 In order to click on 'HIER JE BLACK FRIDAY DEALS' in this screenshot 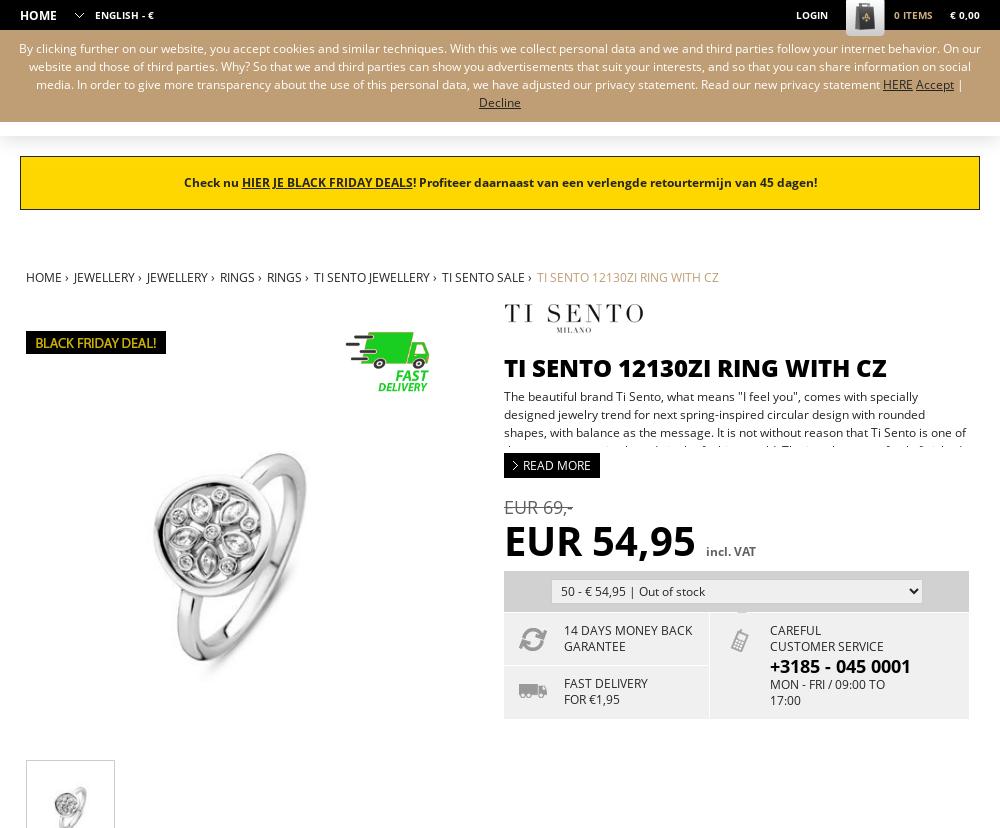, I will do `click(240, 181)`.